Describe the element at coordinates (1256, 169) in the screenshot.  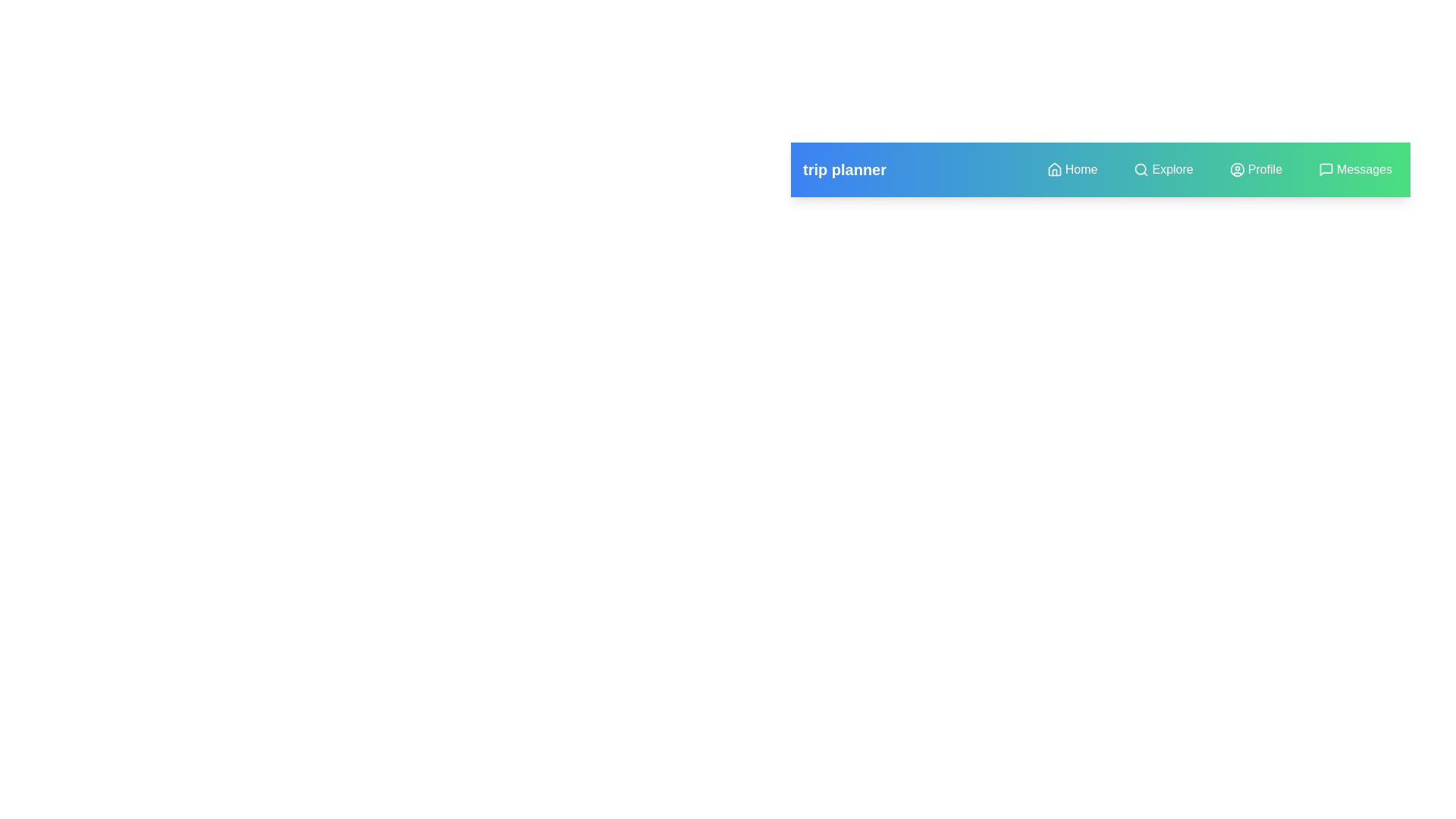
I see `the navigation menu item Profile to navigate to the respective section` at that location.